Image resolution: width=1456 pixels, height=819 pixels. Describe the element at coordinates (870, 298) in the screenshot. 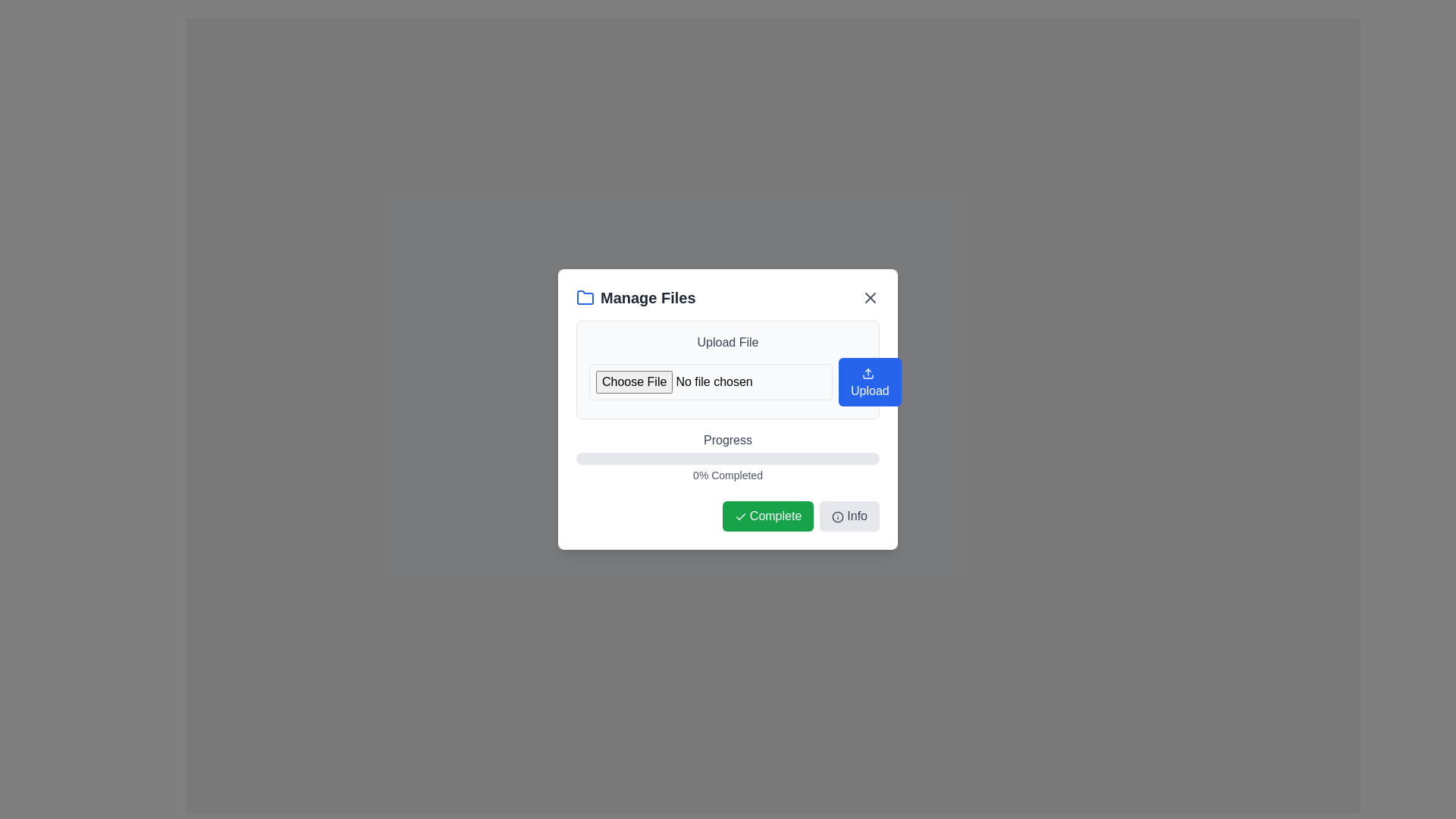

I see `the close button icon (an 'X' symbol) located in the top-right corner of the 'Manage Files' modal` at that location.